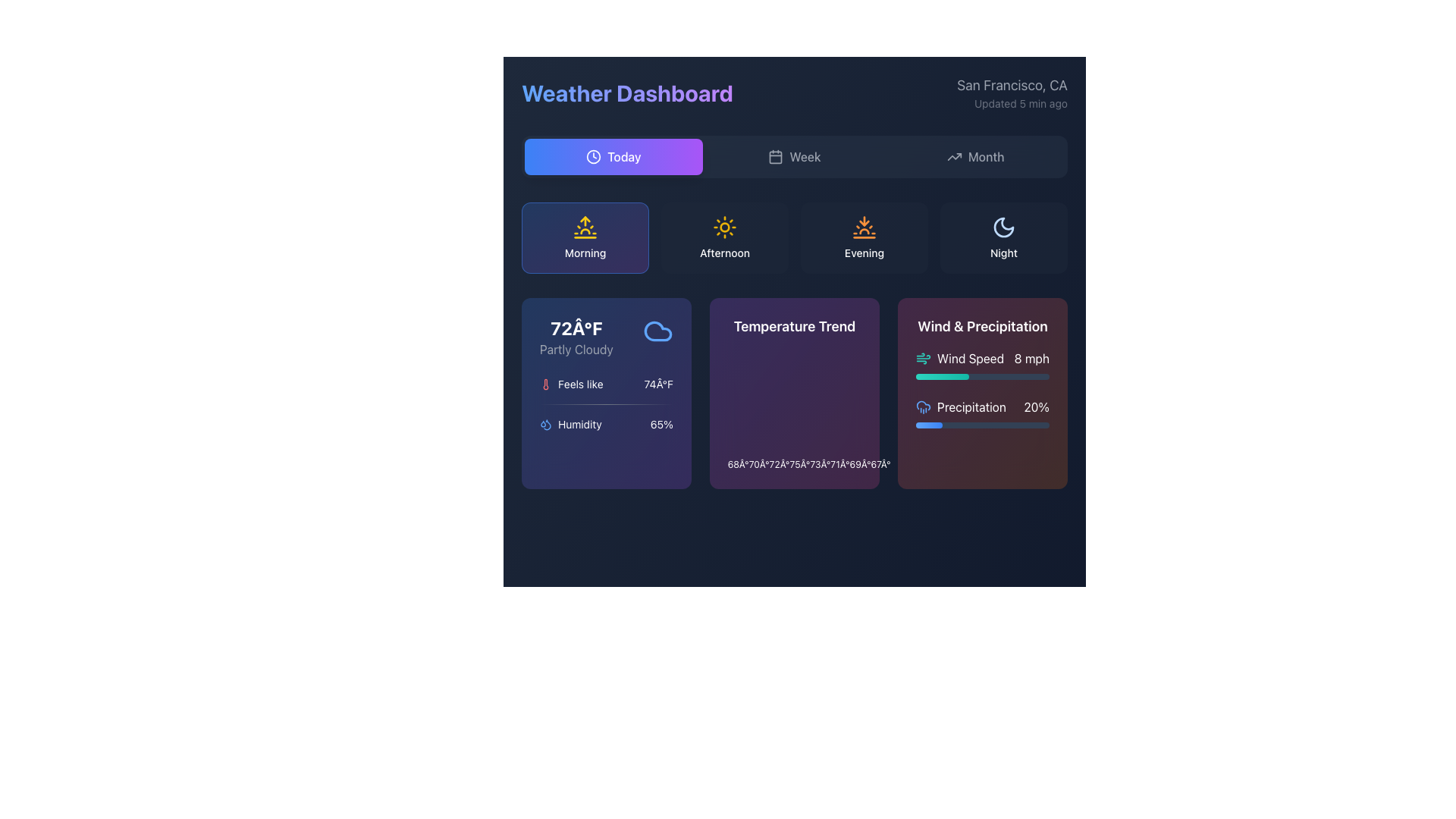 The width and height of the screenshot is (1456, 819). I want to click on the blue crescent moon icon located in the 'Night' section of the upper grid, so click(1004, 227).